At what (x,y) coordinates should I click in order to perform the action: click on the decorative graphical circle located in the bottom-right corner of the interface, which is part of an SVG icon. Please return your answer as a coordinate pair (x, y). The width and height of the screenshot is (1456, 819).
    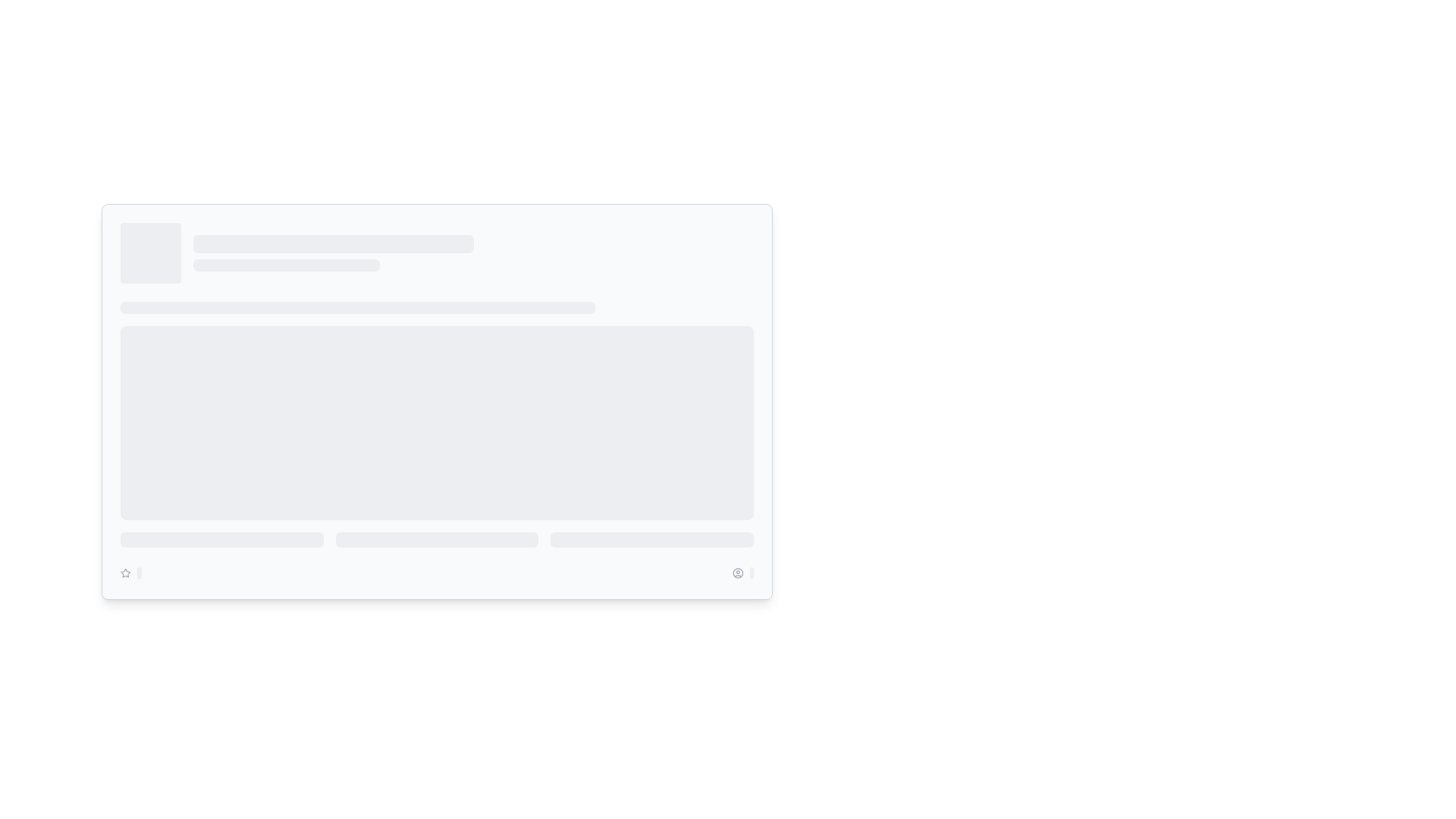
    Looking at the image, I should click on (738, 573).